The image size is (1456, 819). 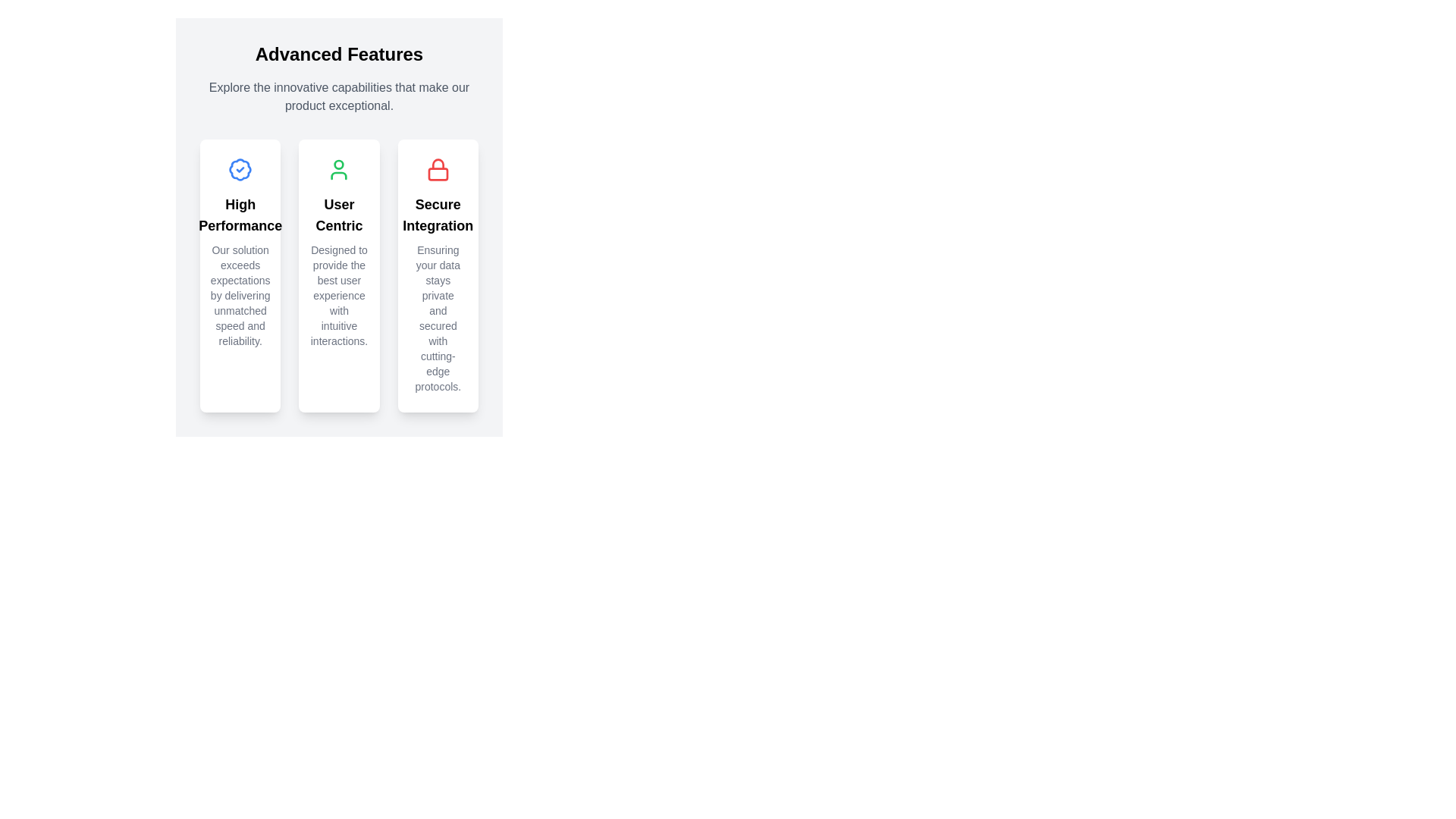 What do you see at coordinates (437, 169) in the screenshot?
I see `the lock icon located at the center of the top area of the third card labeled 'Secure Integration'` at bounding box center [437, 169].